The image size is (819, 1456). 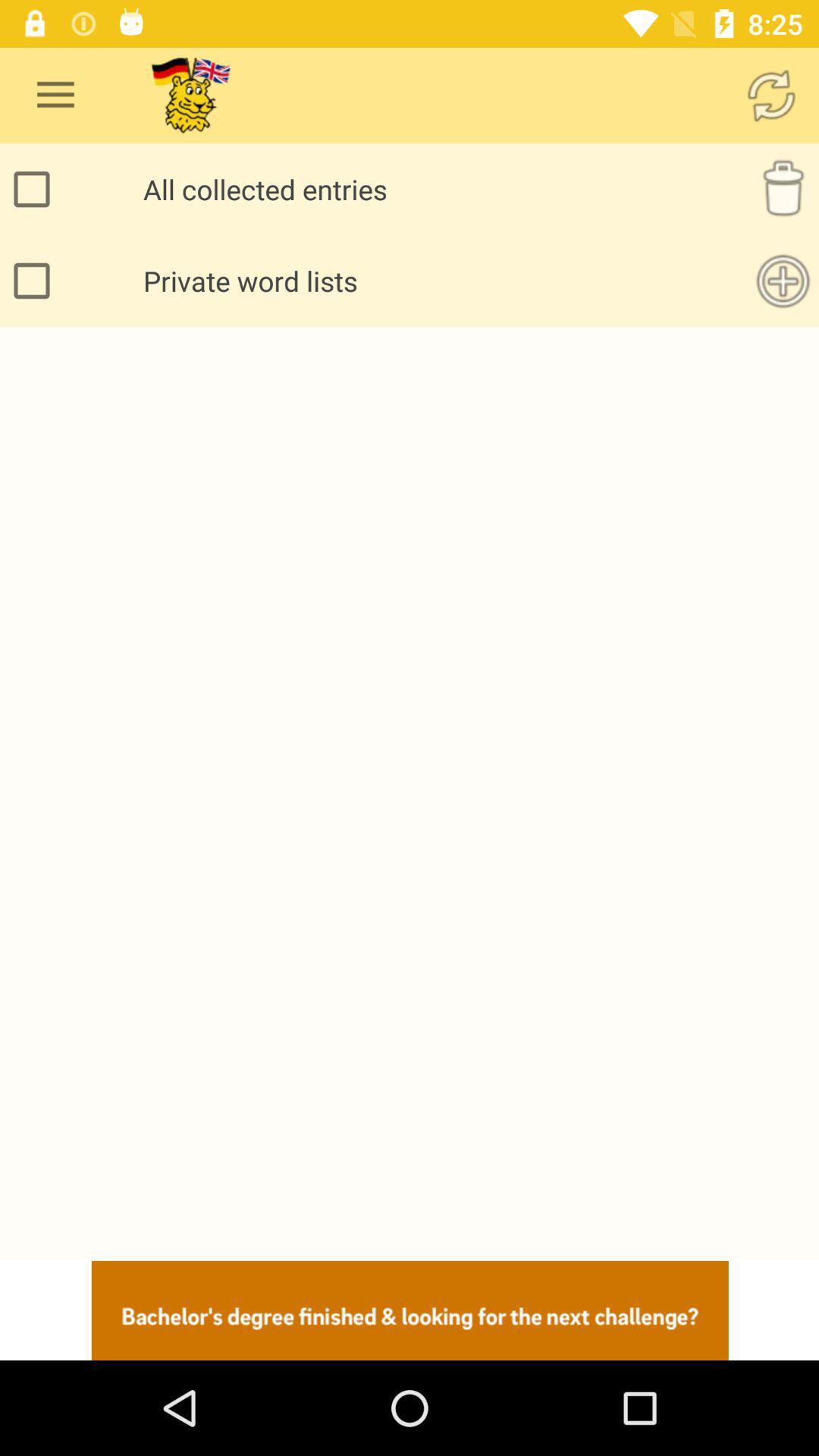 What do you see at coordinates (783, 281) in the screenshot?
I see `words` at bounding box center [783, 281].